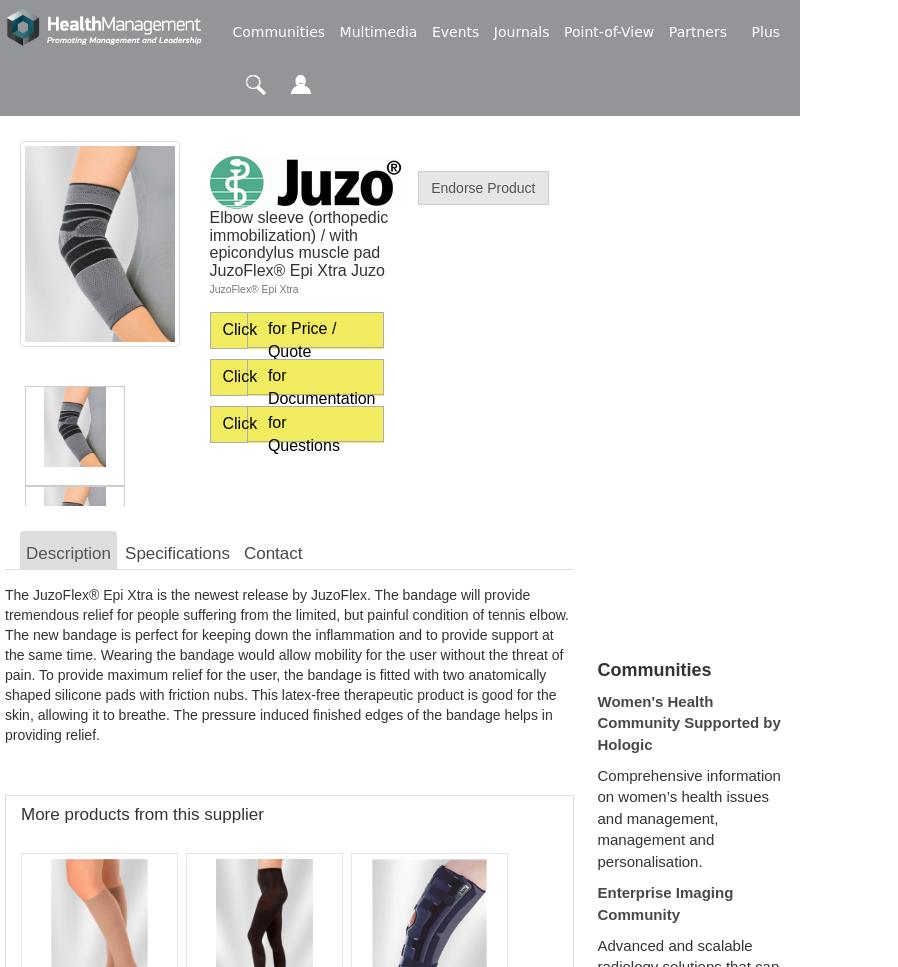 This screenshot has width=898, height=967. What do you see at coordinates (697, 32) in the screenshot?
I see `'Partners'` at bounding box center [697, 32].